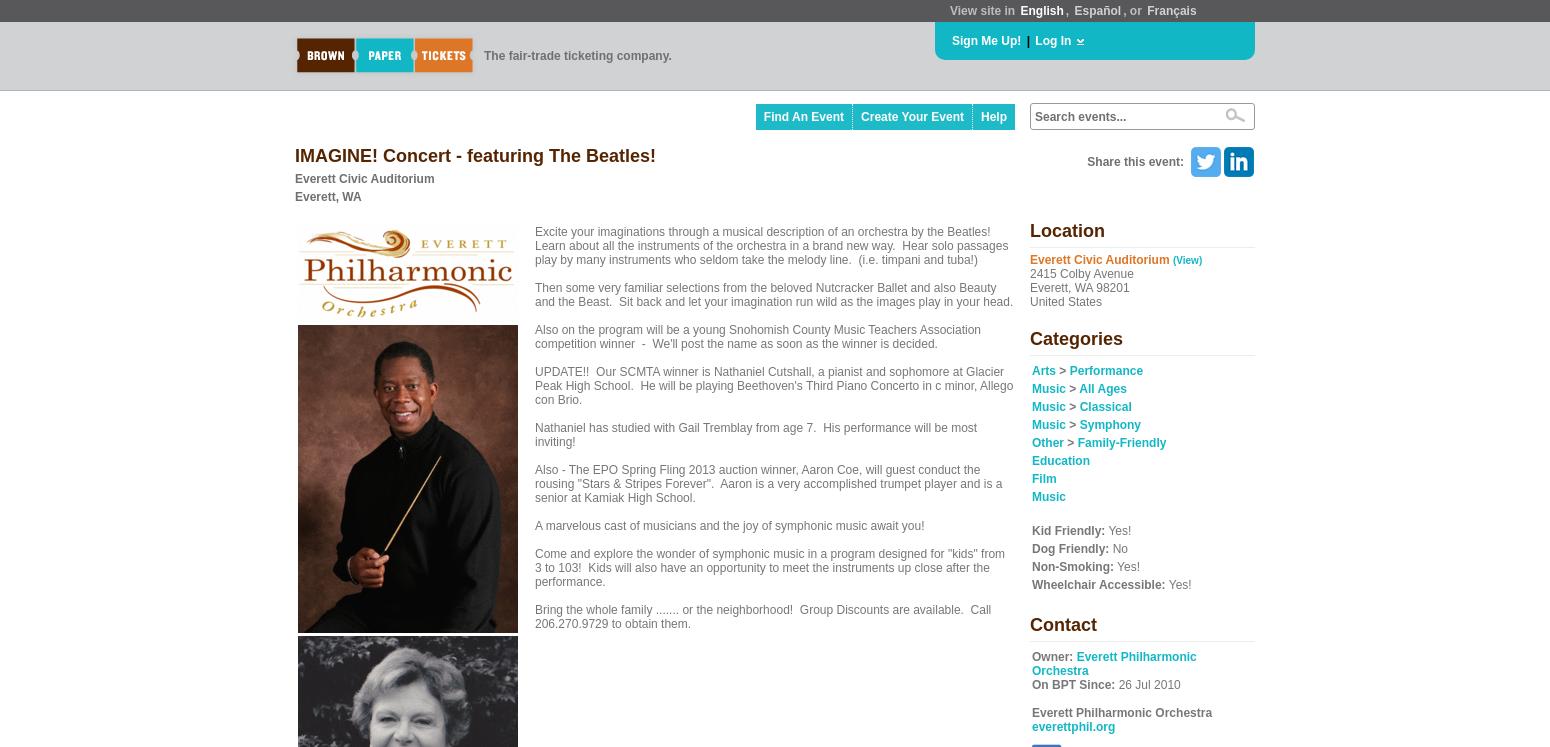 This screenshot has width=1550, height=747. What do you see at coordinates (1081, 273) in the screenshot?
I see `'2415 Colby Avenue'` at bounding box center [1081, 273].